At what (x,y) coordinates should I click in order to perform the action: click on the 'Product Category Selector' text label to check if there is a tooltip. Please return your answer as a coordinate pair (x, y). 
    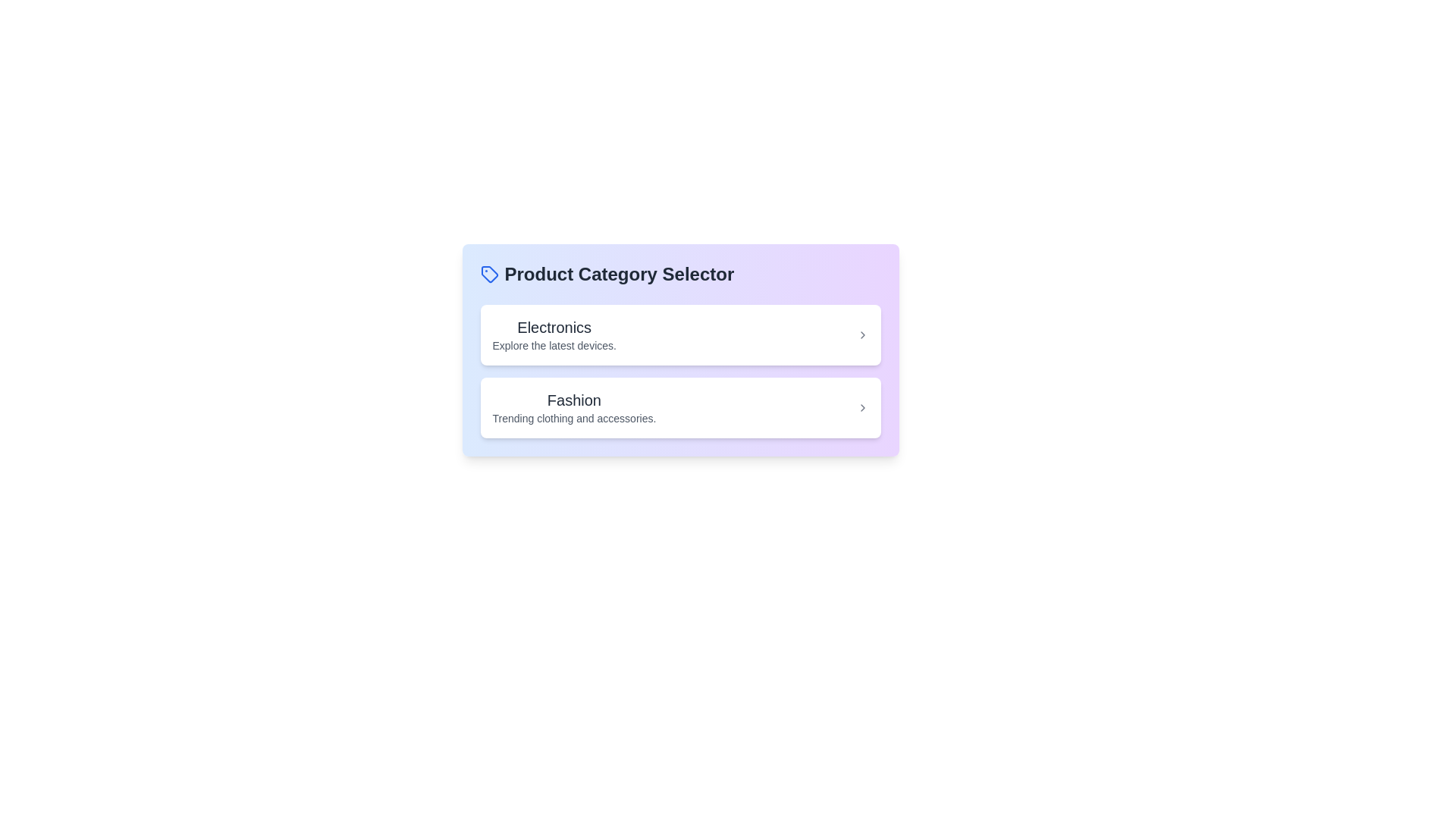
    Looking at the image, I should click on (619, 275).